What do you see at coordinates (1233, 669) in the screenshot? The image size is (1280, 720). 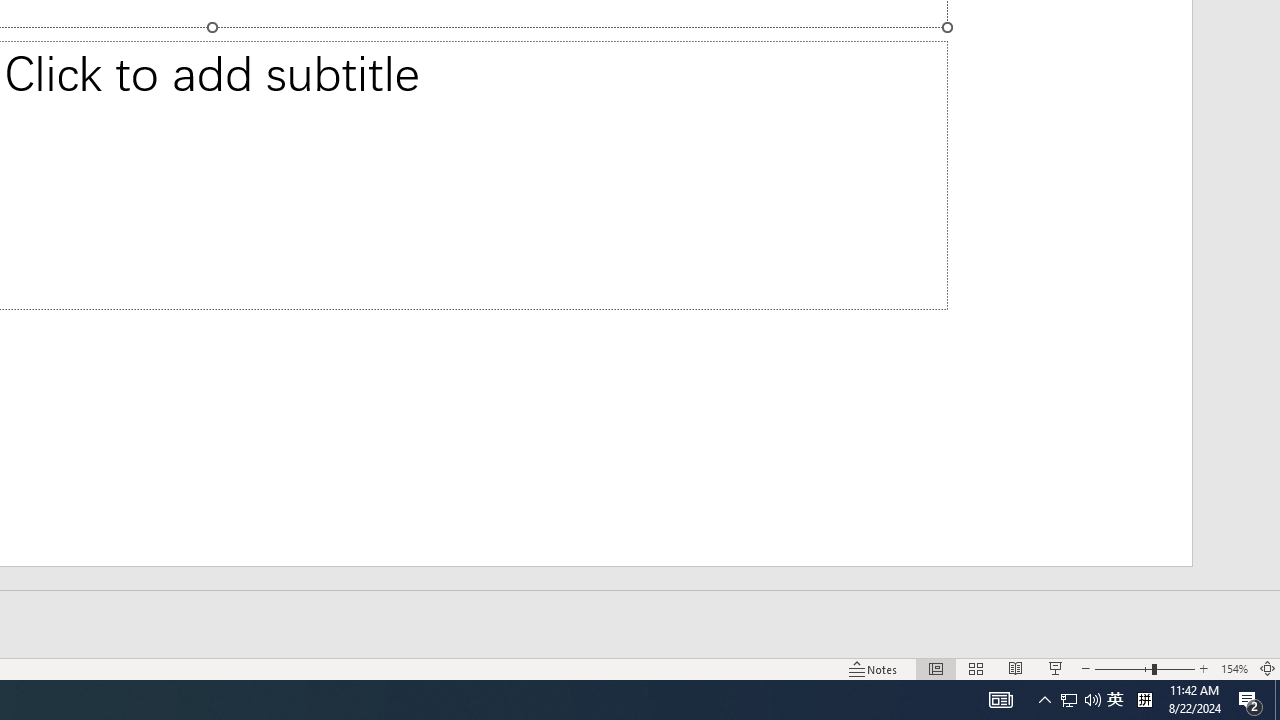 I see `'Zoom 154%'` at bounding box center [1233, 669].